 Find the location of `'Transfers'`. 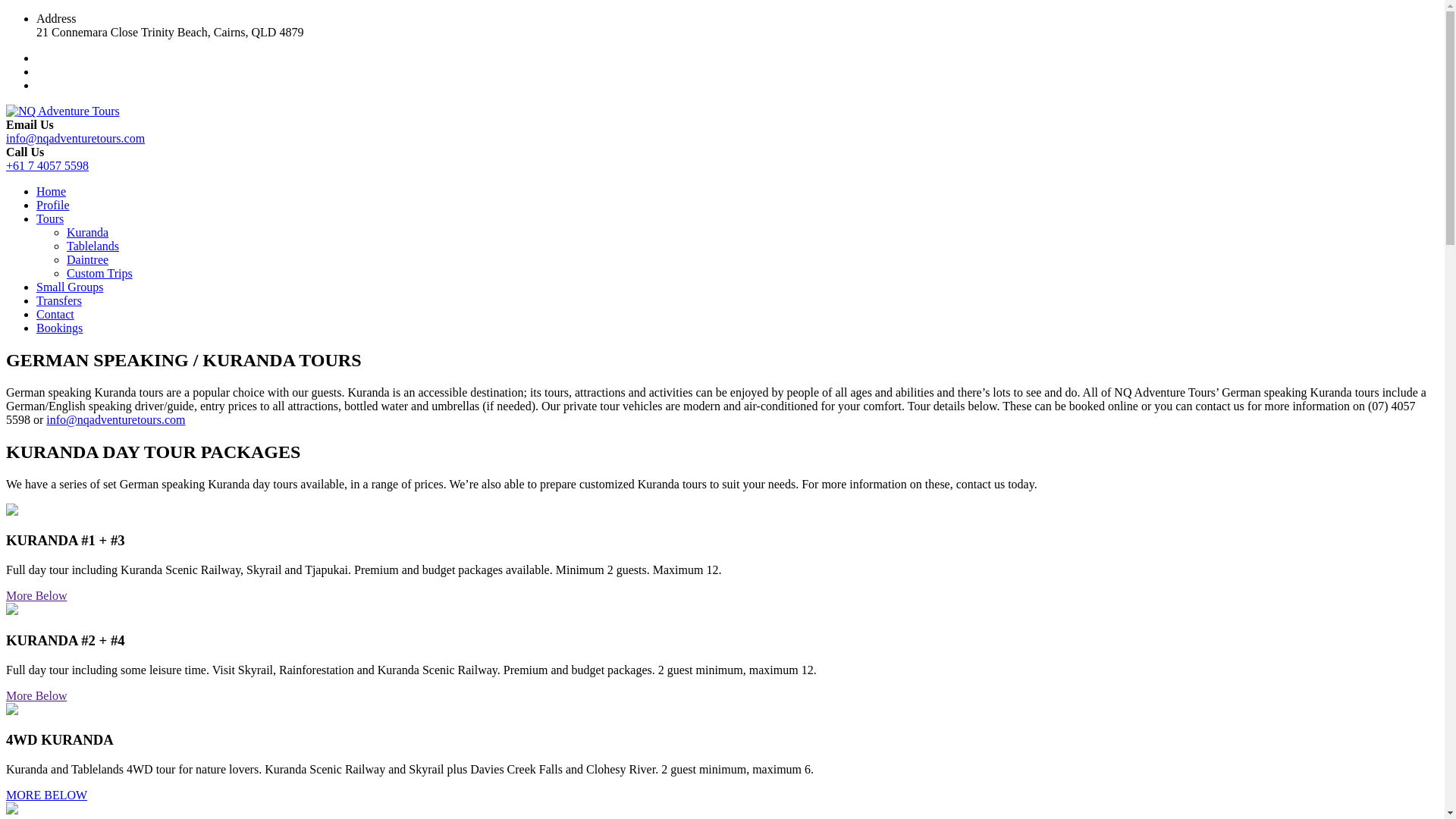

'Transfers' is located at coordinates (58, 300).